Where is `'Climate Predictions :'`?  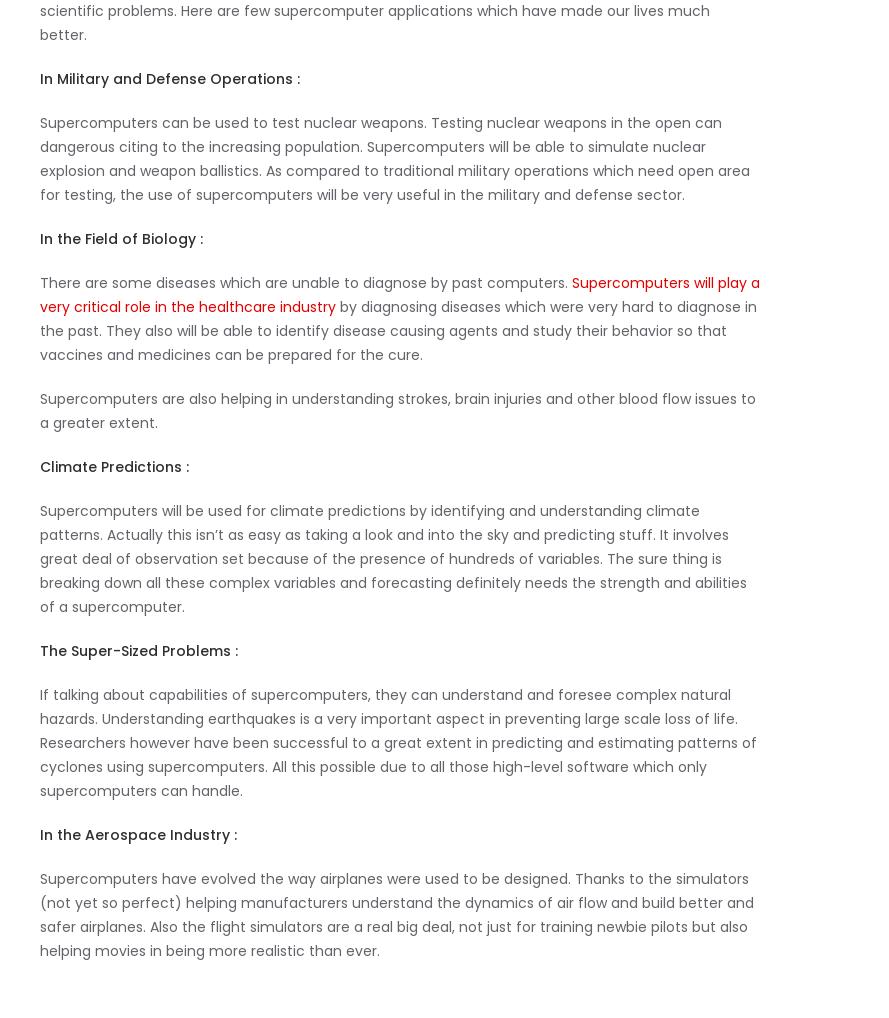 'Climate Predictions :' is located at coordinates (113, 466).